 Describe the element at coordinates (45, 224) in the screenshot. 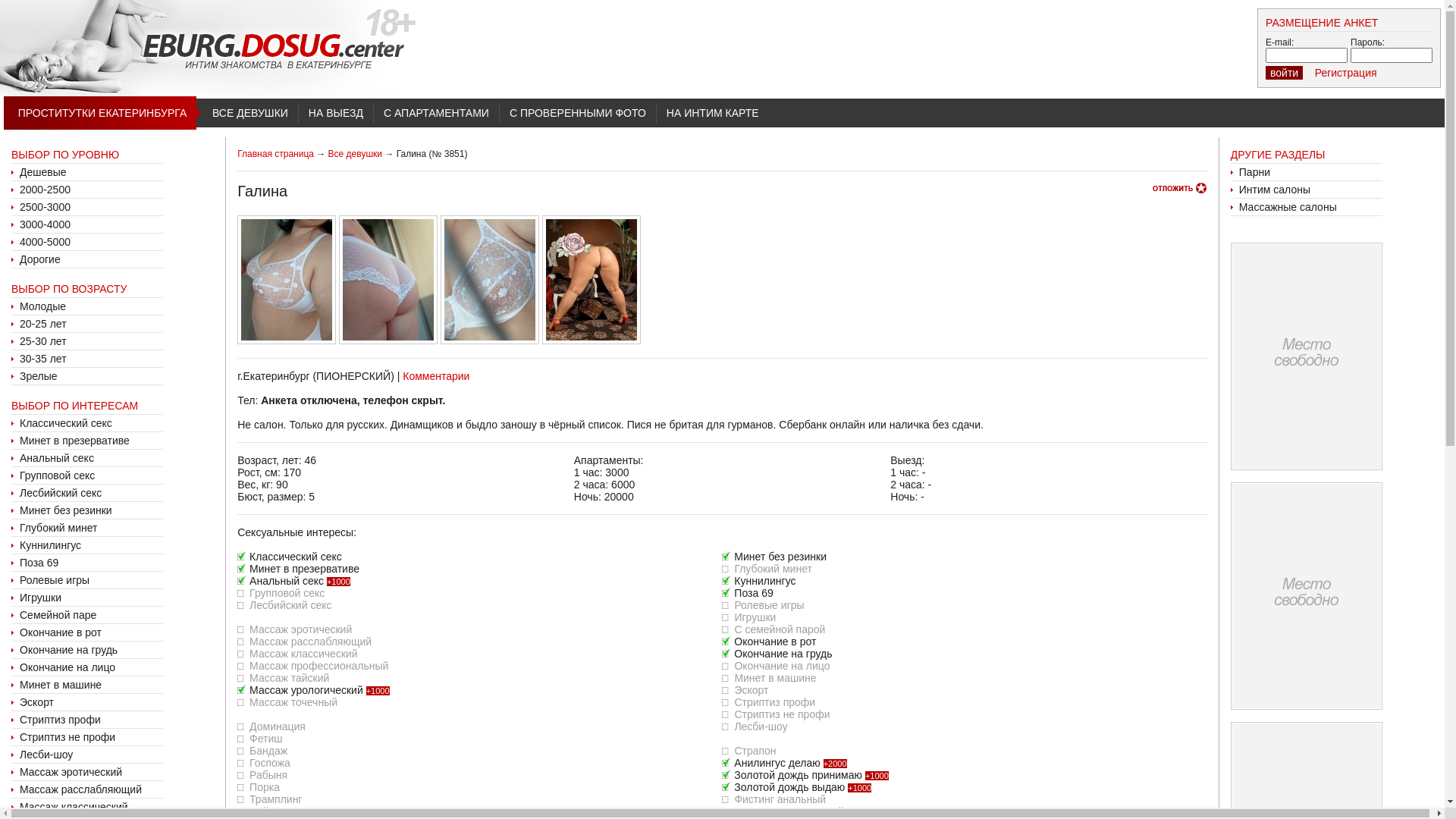

I see `'3000-4000'` at that location.